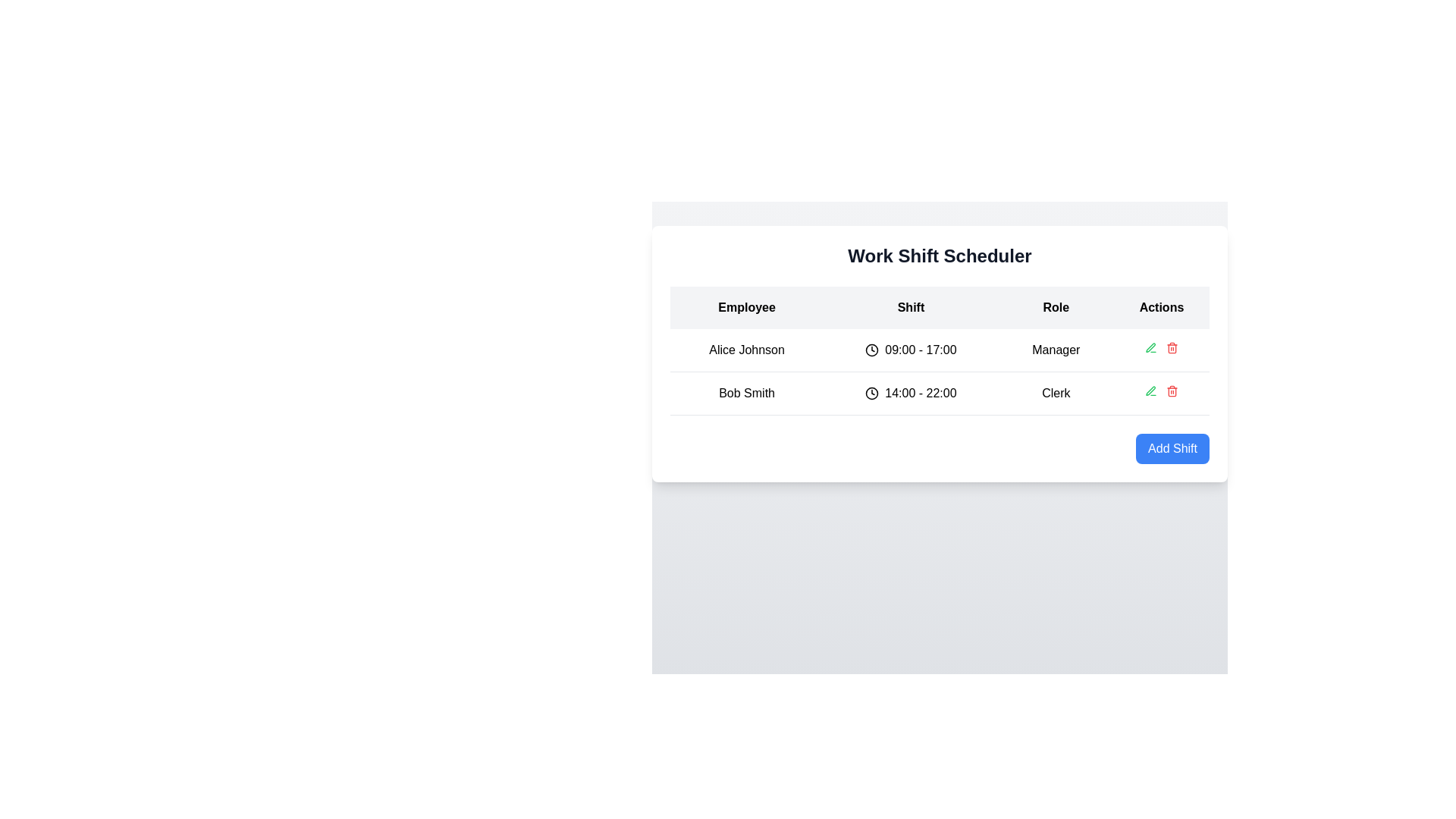 Image resolution: width=1456 pixels, height=819 pixels. What do you see at coordinates (939, 353) in the screenshot?
I see `the Table with interactive controls located under the 'Work Shift Scheduler' section` at bounding box center [939, 353].